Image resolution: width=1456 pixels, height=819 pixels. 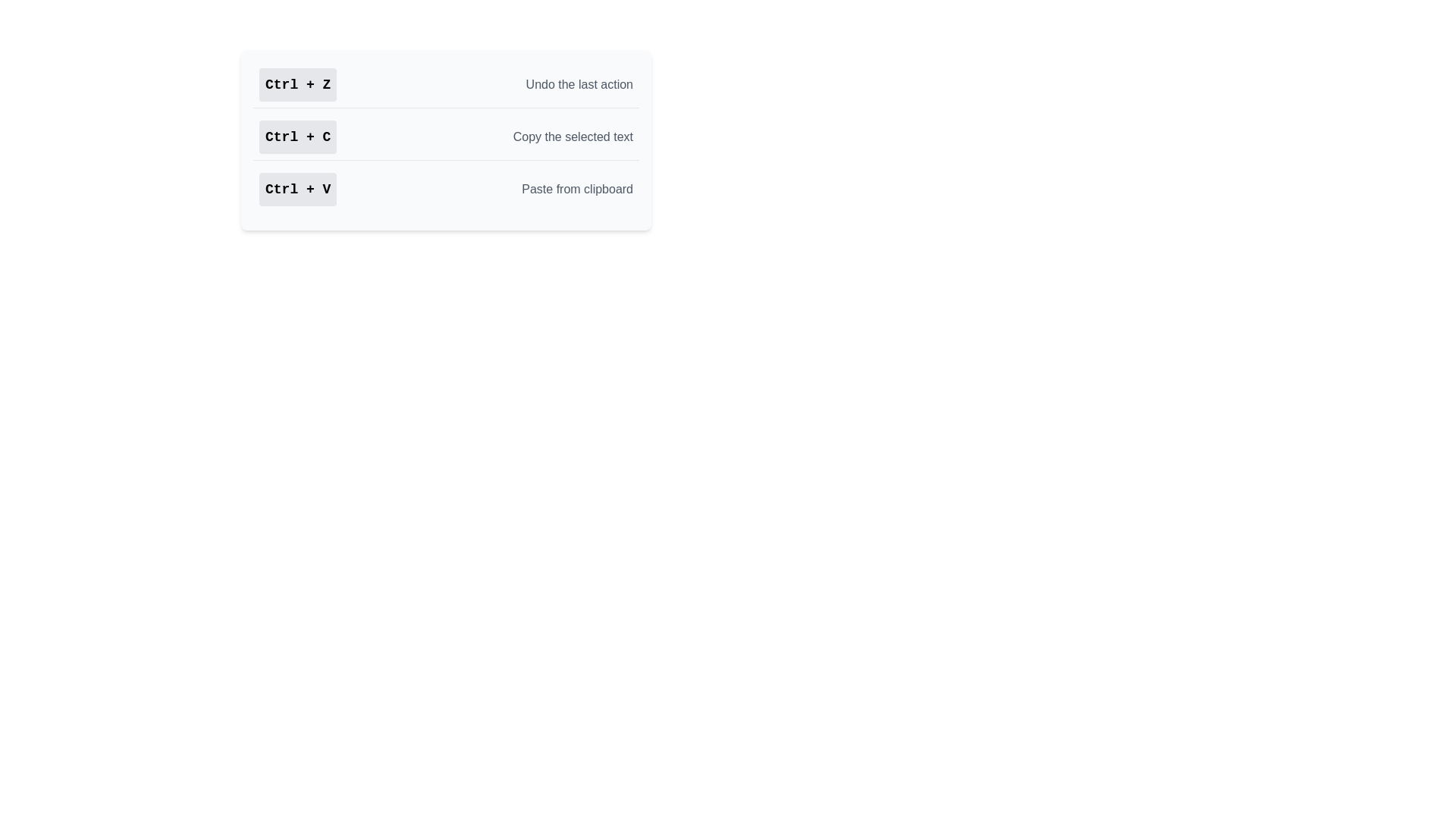 I want to click on the first row of shortcut descriptions, which displays the keybinding 'Ctrl + Z' on the left and the description 'Undo the last action' on the right, so click(x=445, y=85).